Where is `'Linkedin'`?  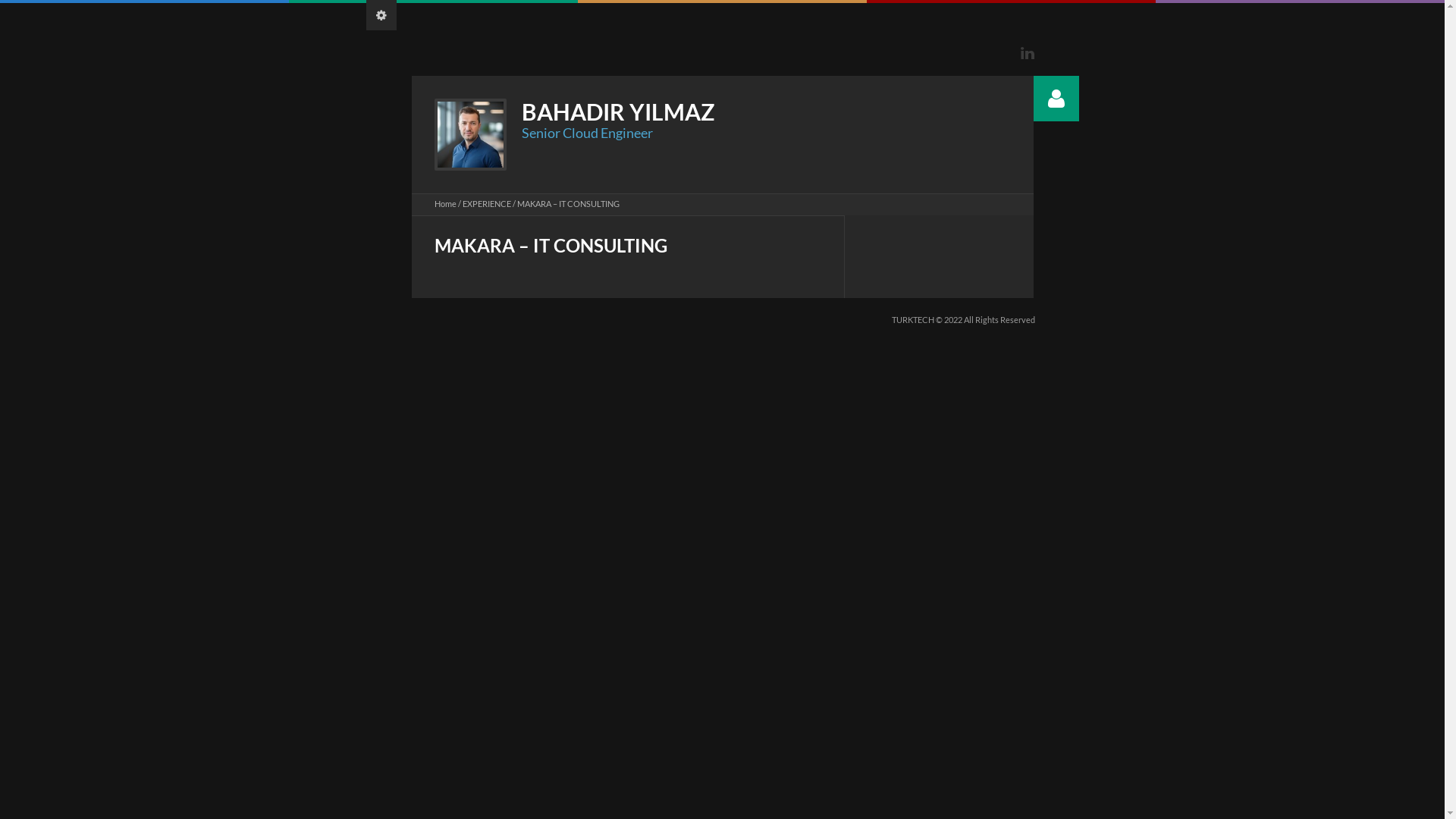
'Linkedin' is located at coordinates (1027, 52).